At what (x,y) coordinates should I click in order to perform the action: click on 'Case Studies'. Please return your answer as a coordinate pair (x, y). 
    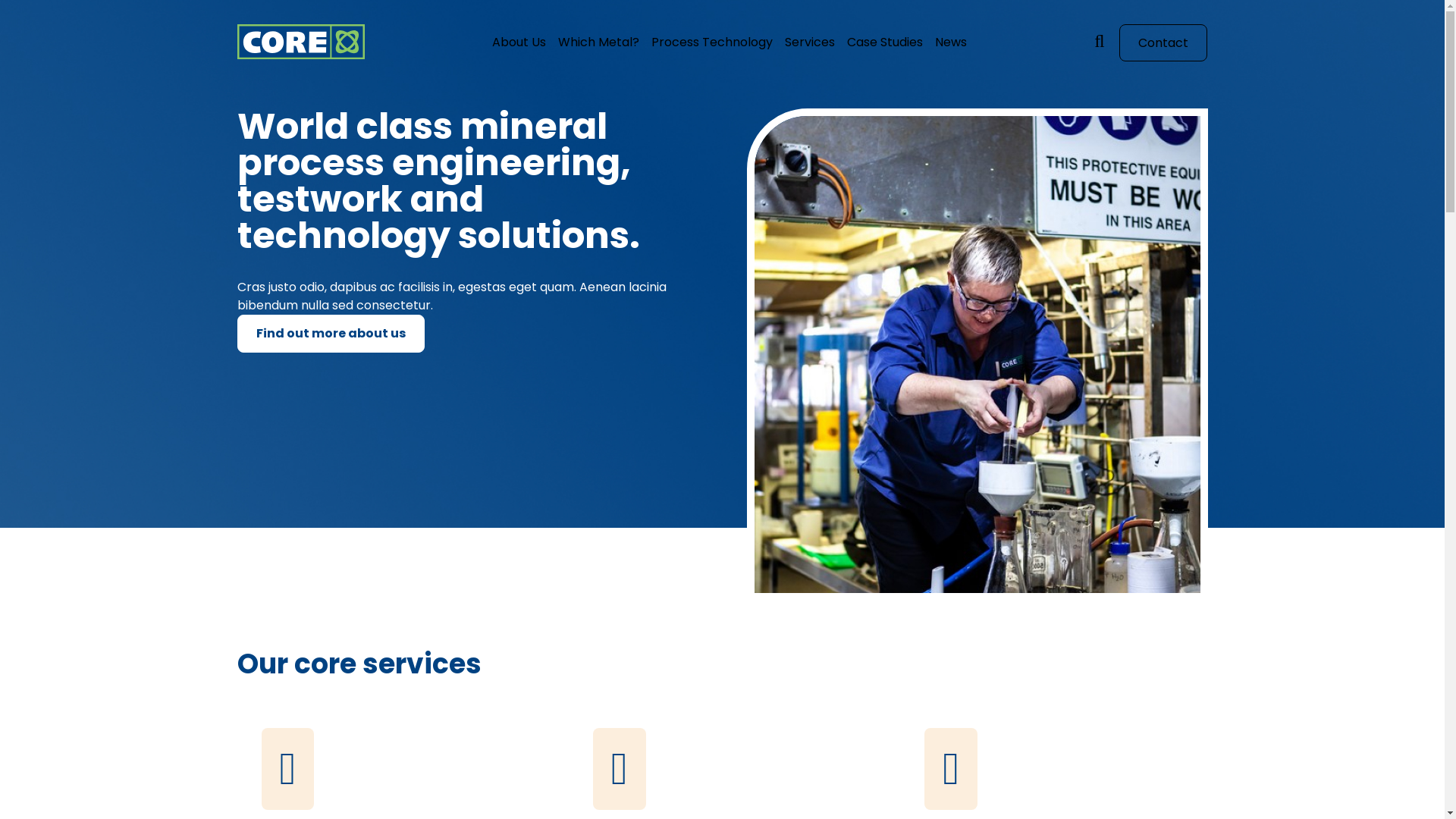
    Looking at the image, I should click on (884, 41).